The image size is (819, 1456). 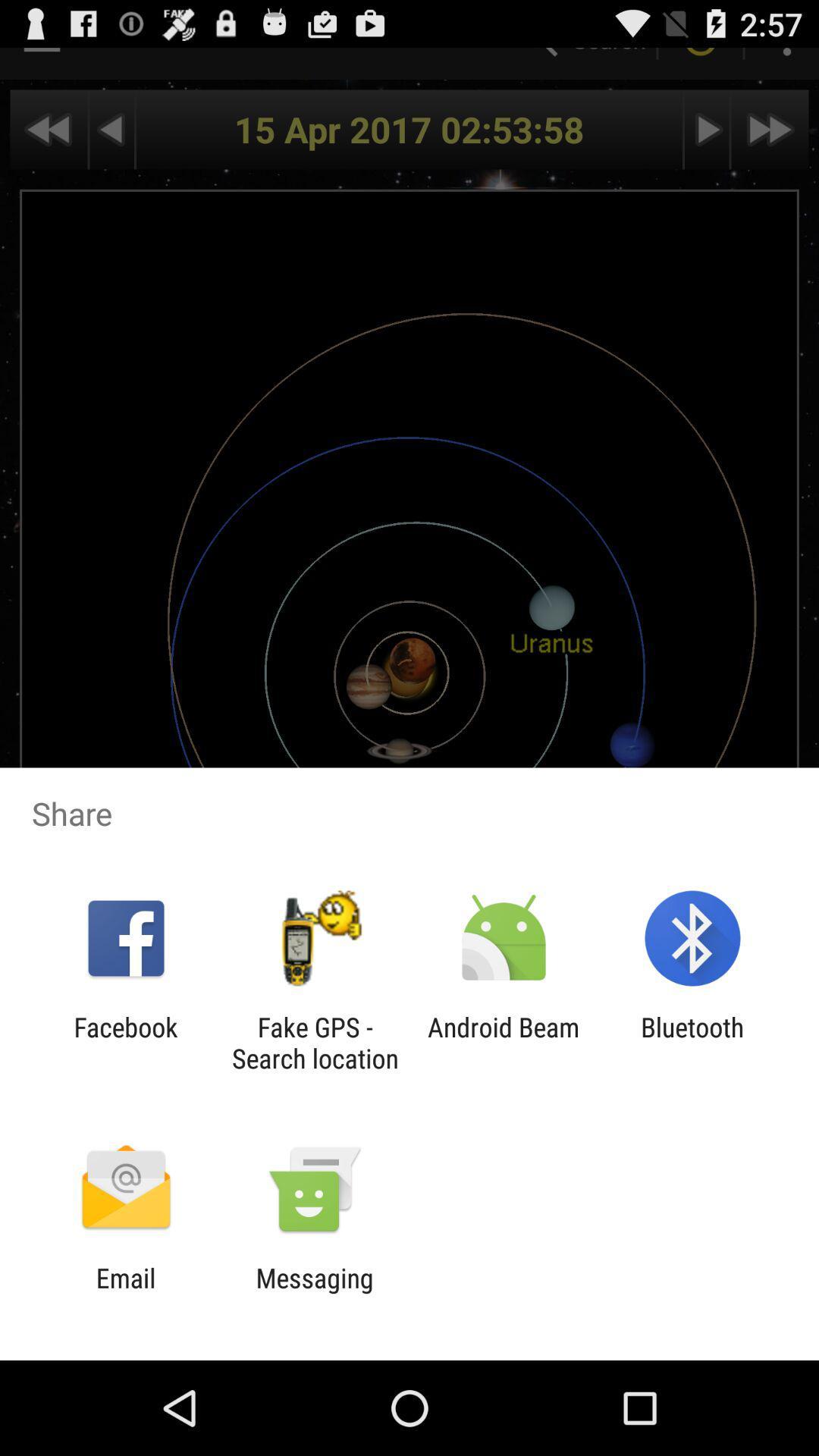 I want to click on bluetooth item, so click(x=692, y=1042).